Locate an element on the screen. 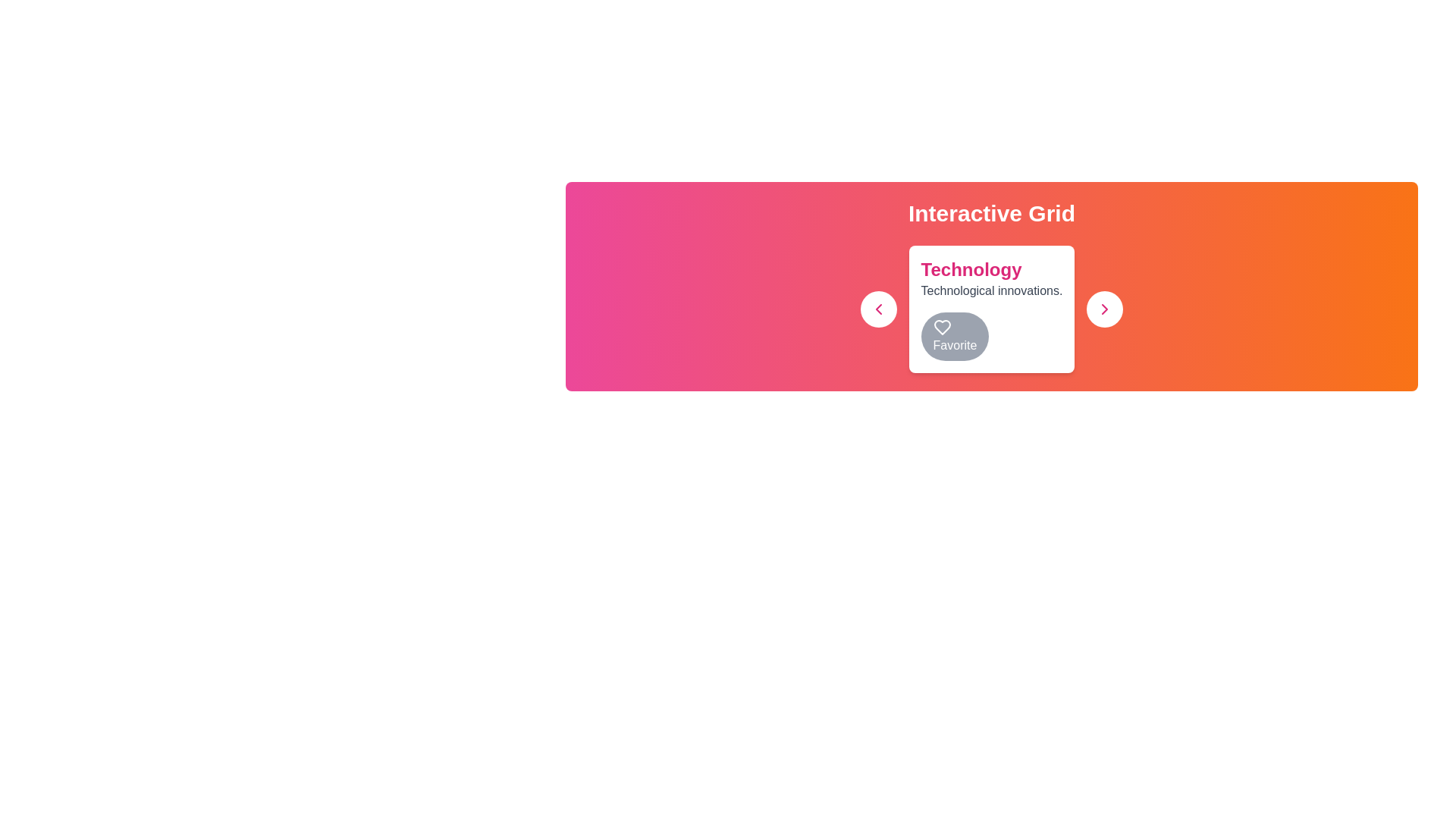 The image size is (1456, 819). the bold, pink 'Technology' text label that is the heading within the white card-like section is located at coordinates (971, 268).